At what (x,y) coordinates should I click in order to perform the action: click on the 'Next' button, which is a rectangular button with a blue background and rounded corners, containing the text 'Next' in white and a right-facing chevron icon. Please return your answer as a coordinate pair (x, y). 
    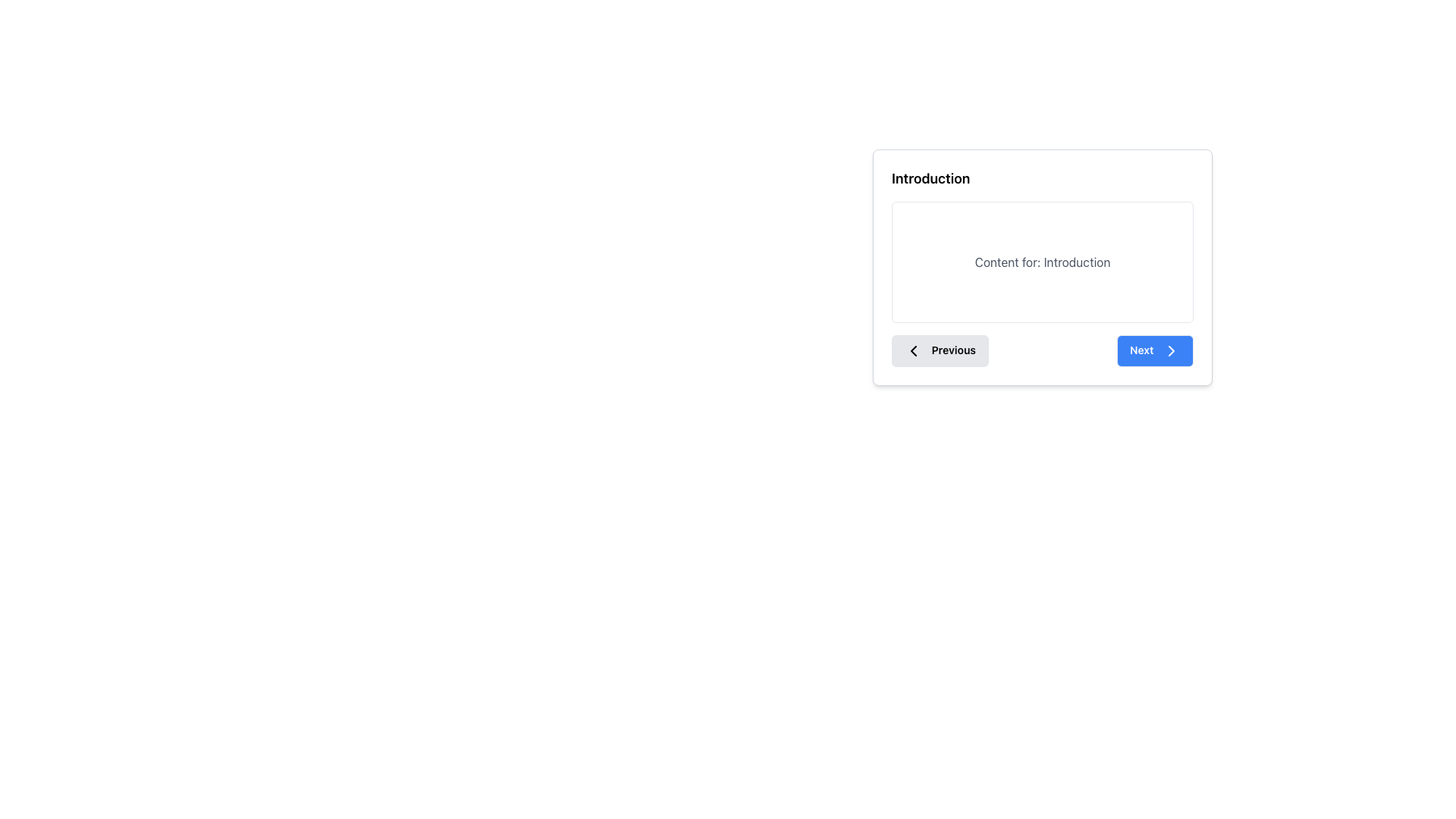
    Looking at the image, I should click on (1154, 350).